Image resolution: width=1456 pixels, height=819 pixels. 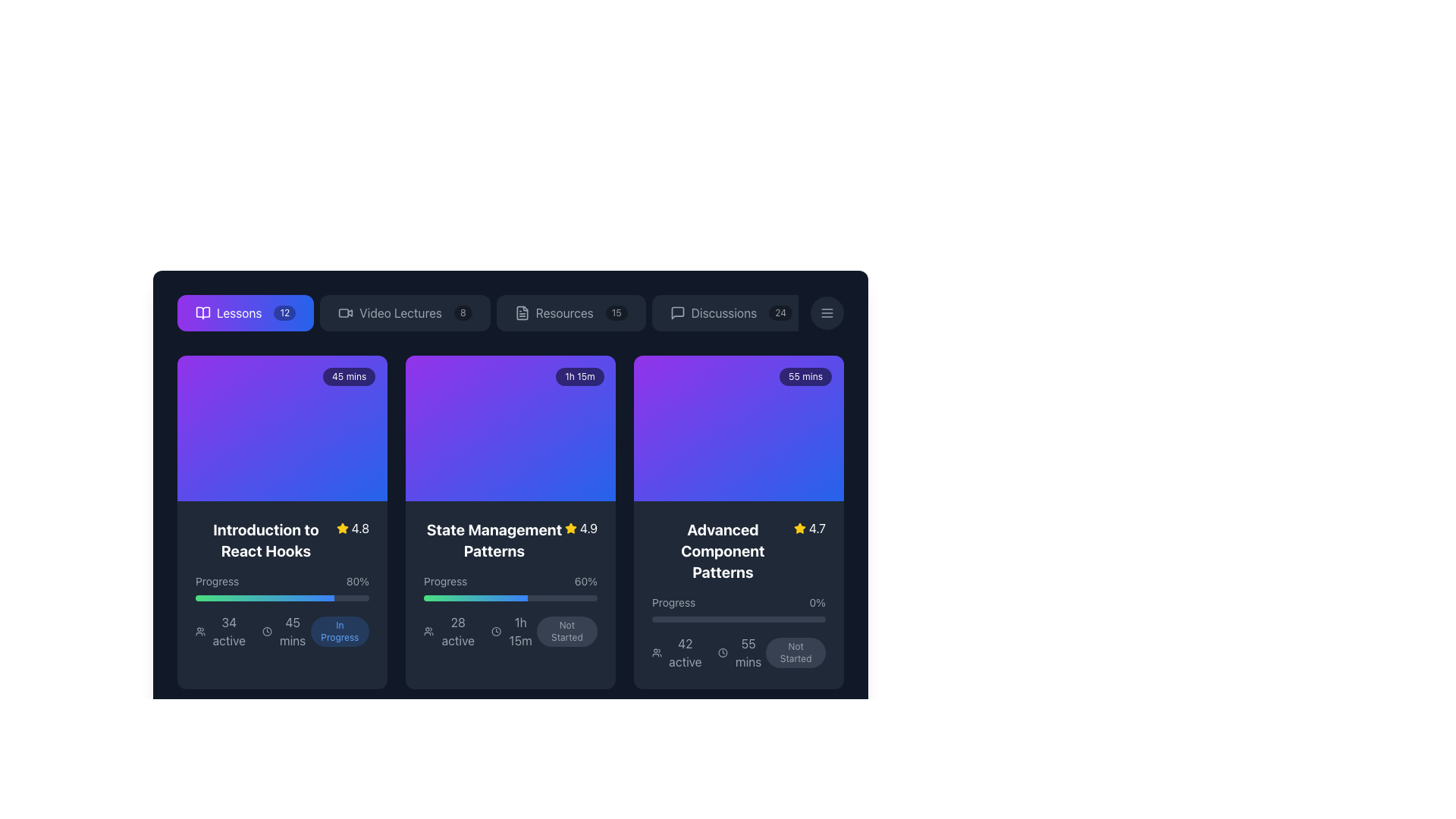 What do you see at coordinates (739, 632) in the screenshot?
I see `the informational display card section located in the lower area of the third card, which corresponds to the 'Advanced Component Patterns' course` at bounding box center [739, 632].